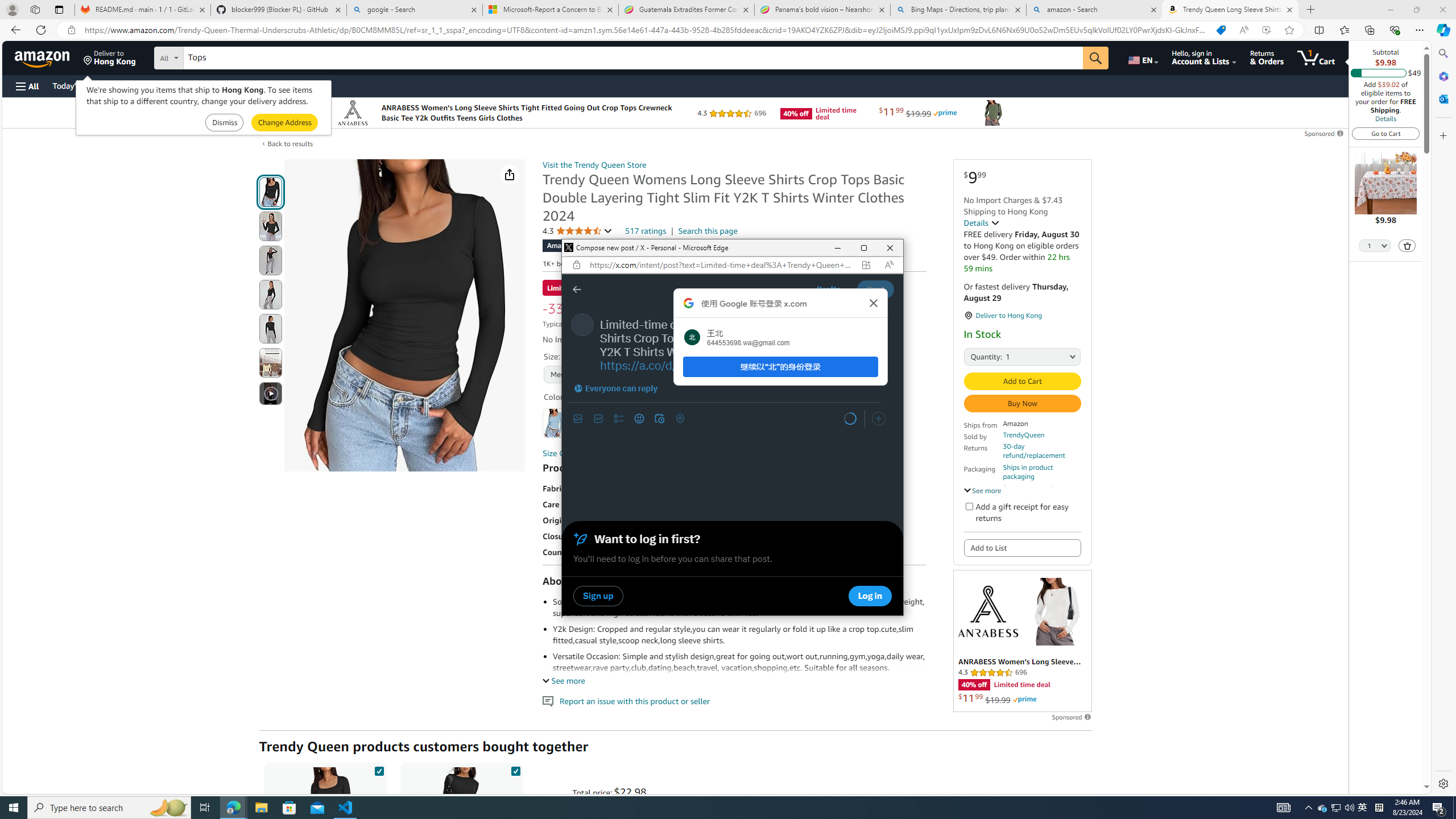  Describe the element at coordinates (594, 165) in the screenshot. I see `'Visit the Trendy Queen Store'` at that location.